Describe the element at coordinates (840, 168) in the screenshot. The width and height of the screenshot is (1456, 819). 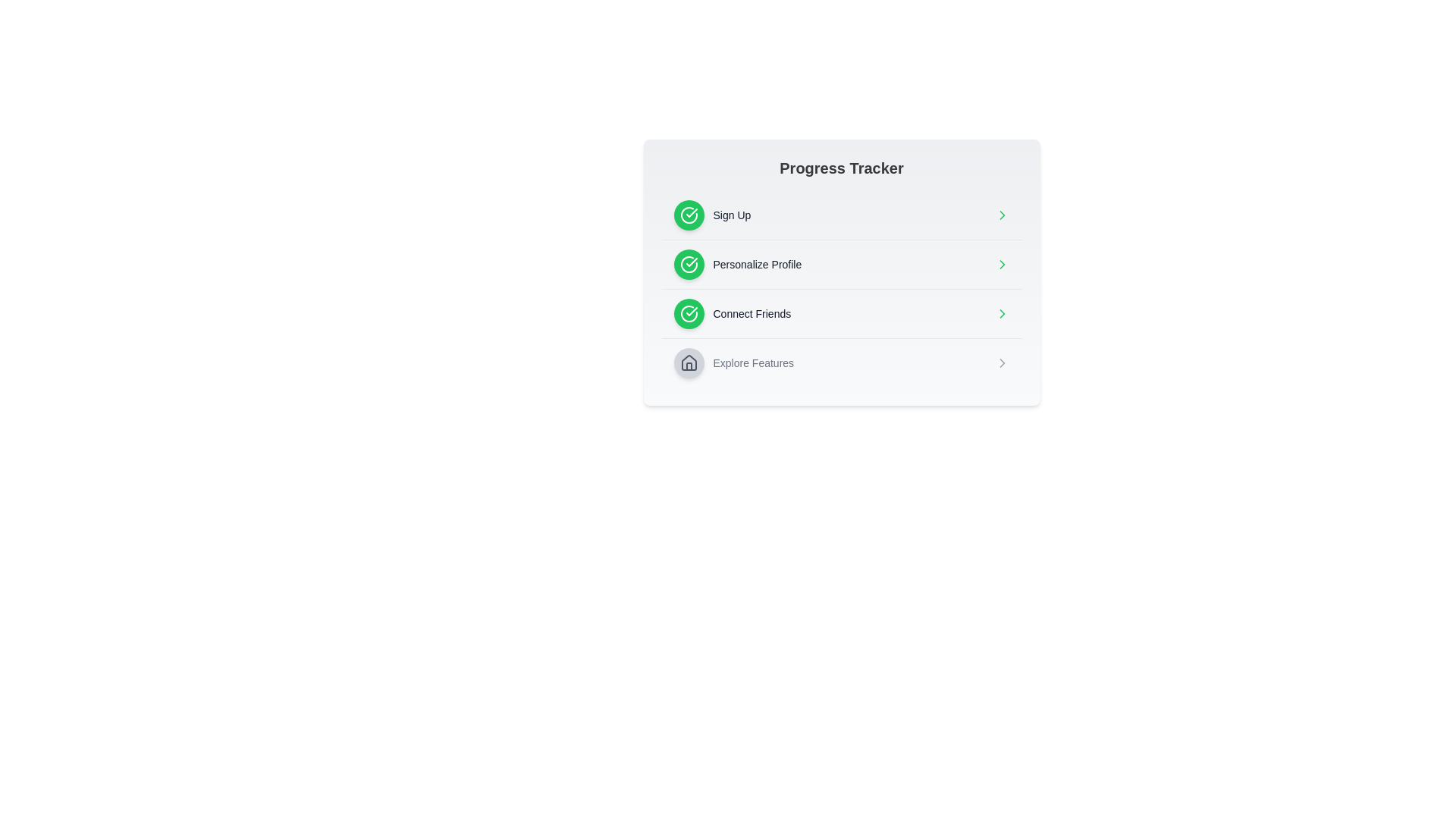
I see `the text label that displays 'Progress Tracker', which is styled in bold font and is positioned at the top of a list-like component` at that location.